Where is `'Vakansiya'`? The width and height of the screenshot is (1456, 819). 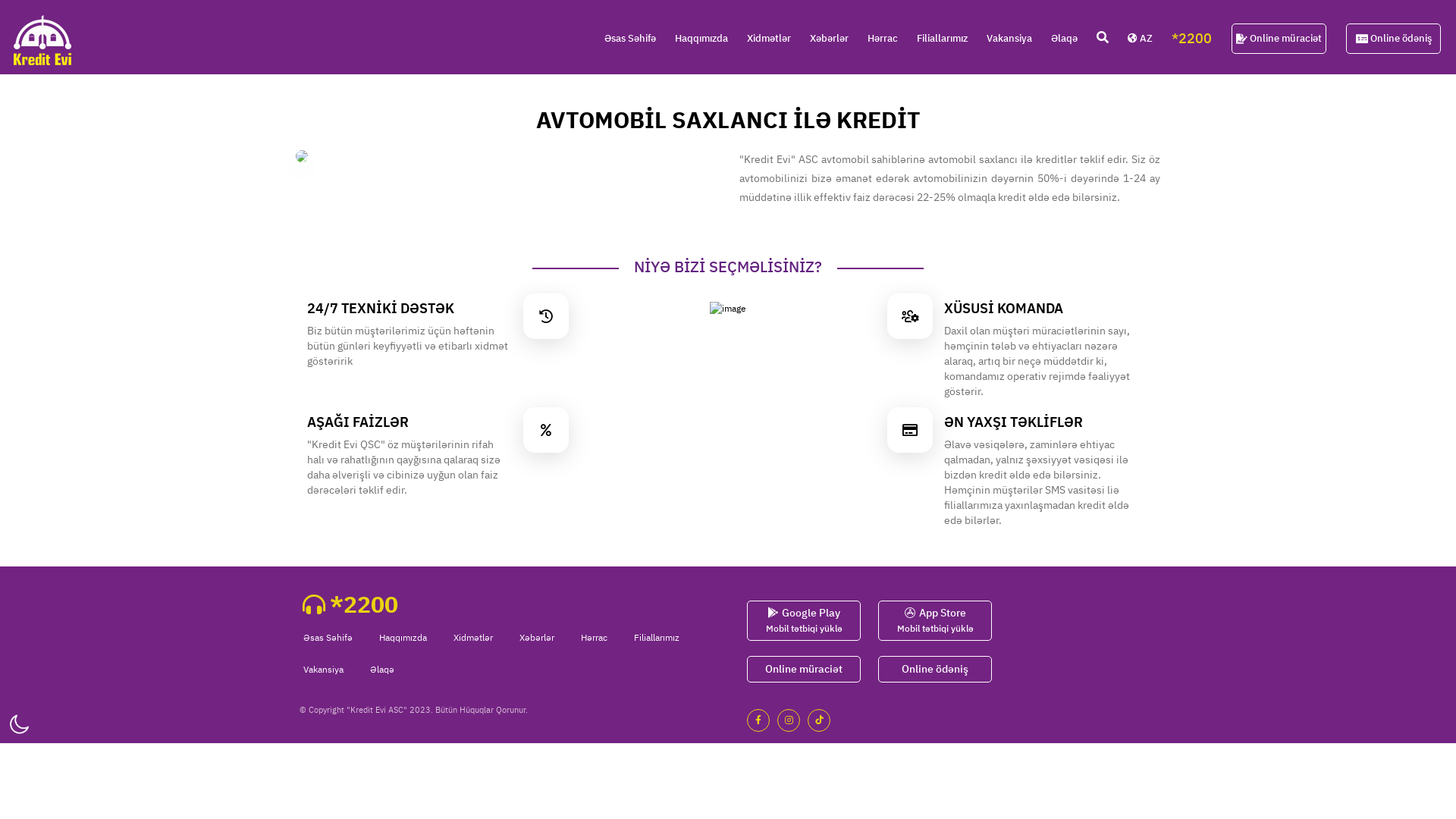
'Vakansiya' is located at coordinates (1009, 37).